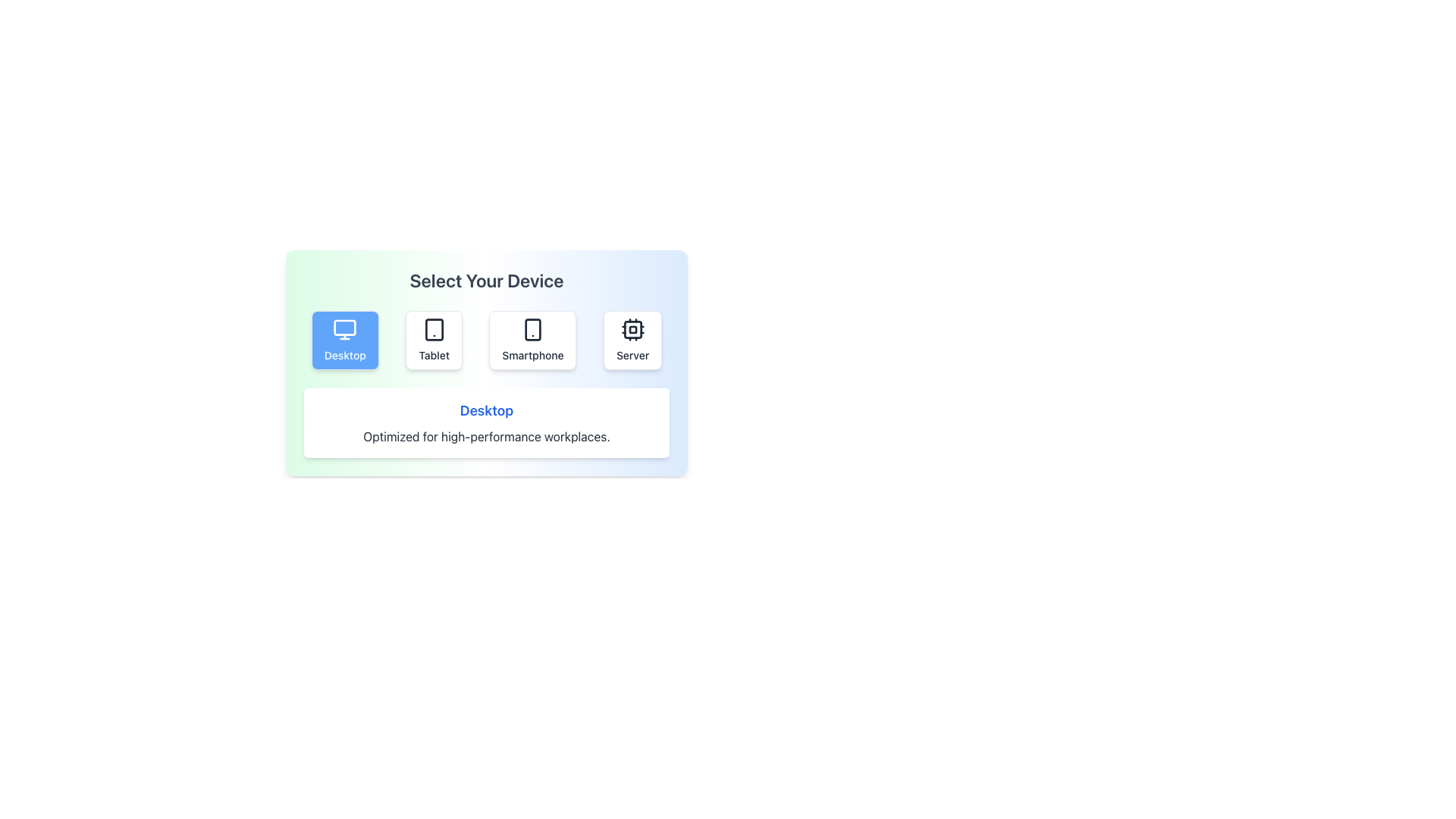  What do you see at coordinates (344, 327) in the screenshot?
I see `the decorative rectangle located within the monitor icon on the 'Desktop' selection card` at bounding box center [344, 327].